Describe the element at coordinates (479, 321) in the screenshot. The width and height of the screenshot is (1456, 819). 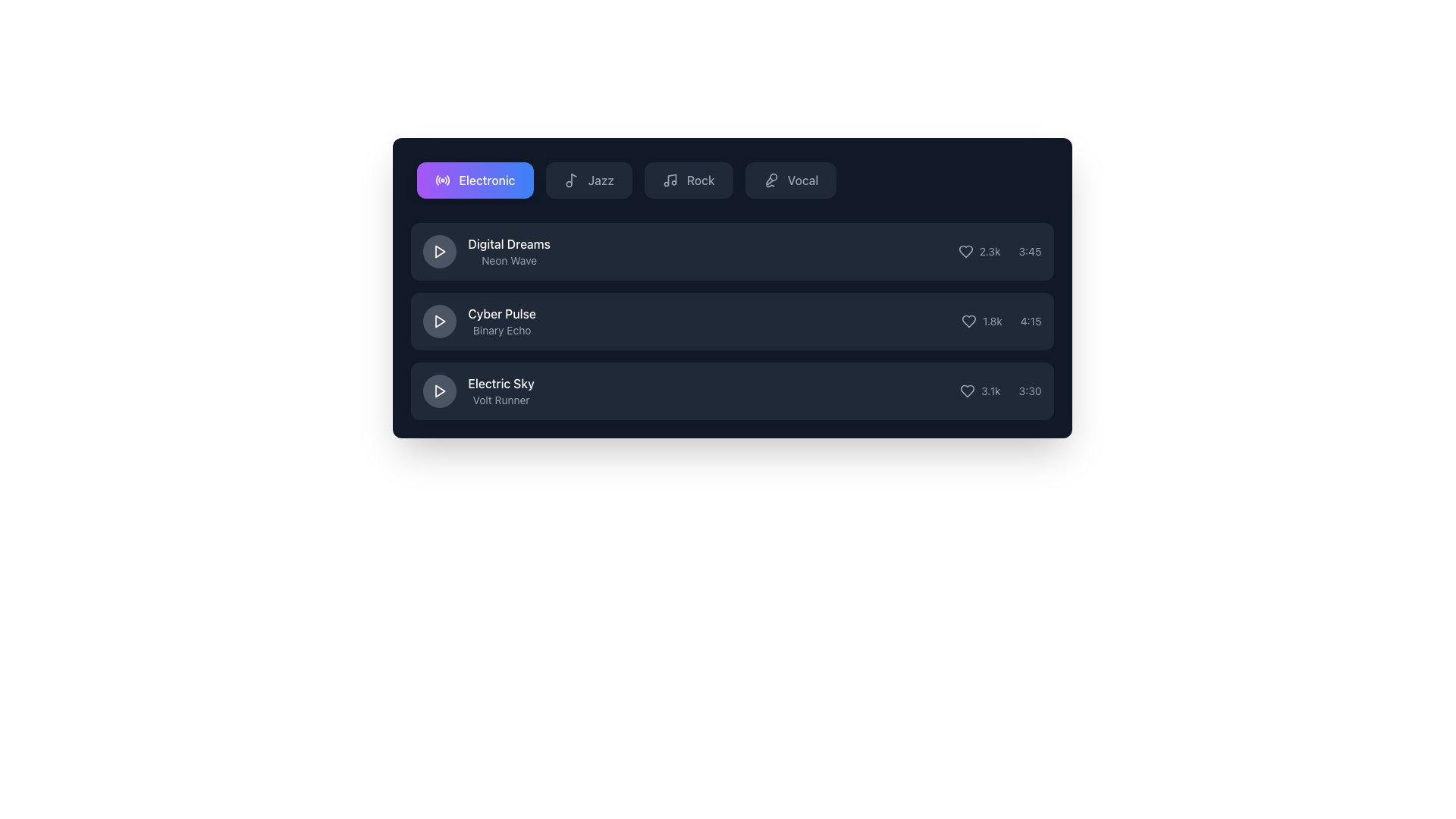
I see `the textual content of the 'Cyber Pulse' display, which includes the title and subtitle` at that location.